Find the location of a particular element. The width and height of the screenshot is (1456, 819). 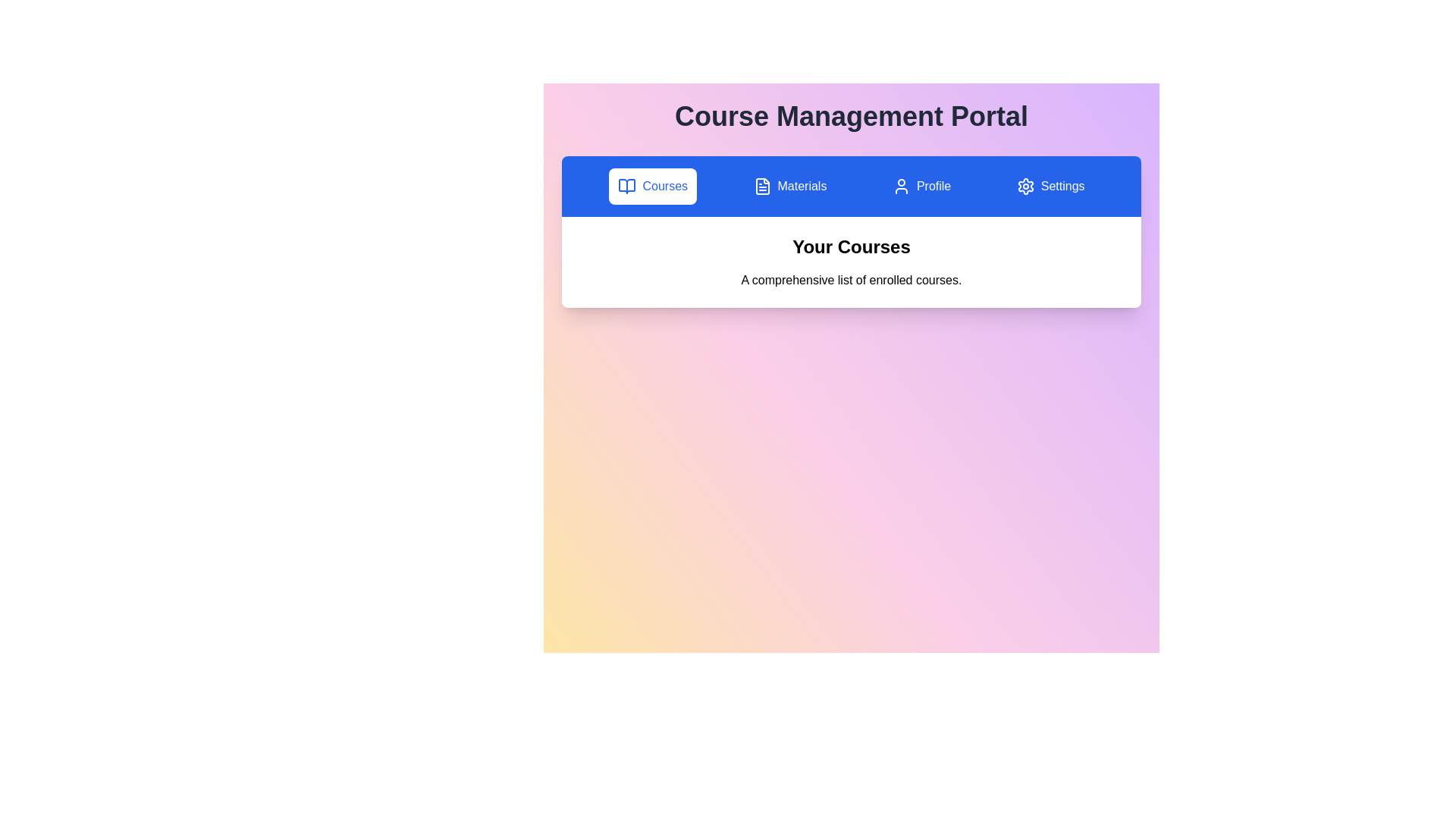

the 'Settings' button, which contains a gear icon SVG graphic is located at coordinates (1025, 186).